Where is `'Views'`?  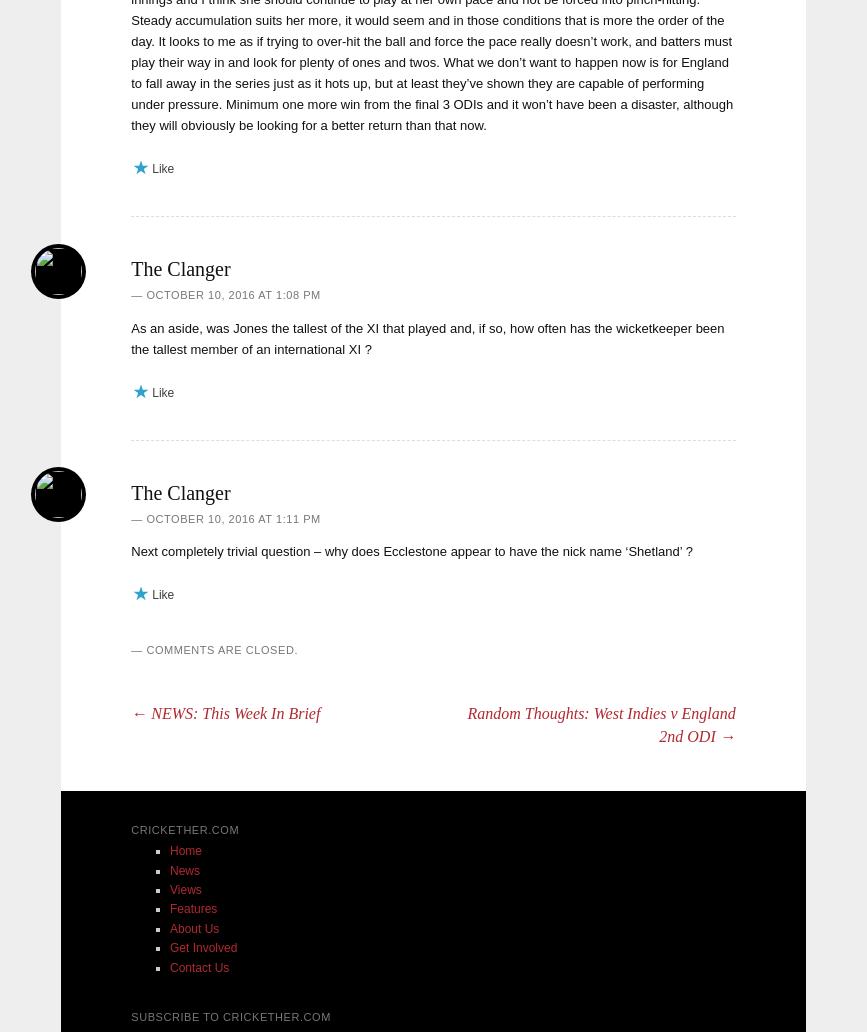
'Views' is located at coordinates (185, 889).